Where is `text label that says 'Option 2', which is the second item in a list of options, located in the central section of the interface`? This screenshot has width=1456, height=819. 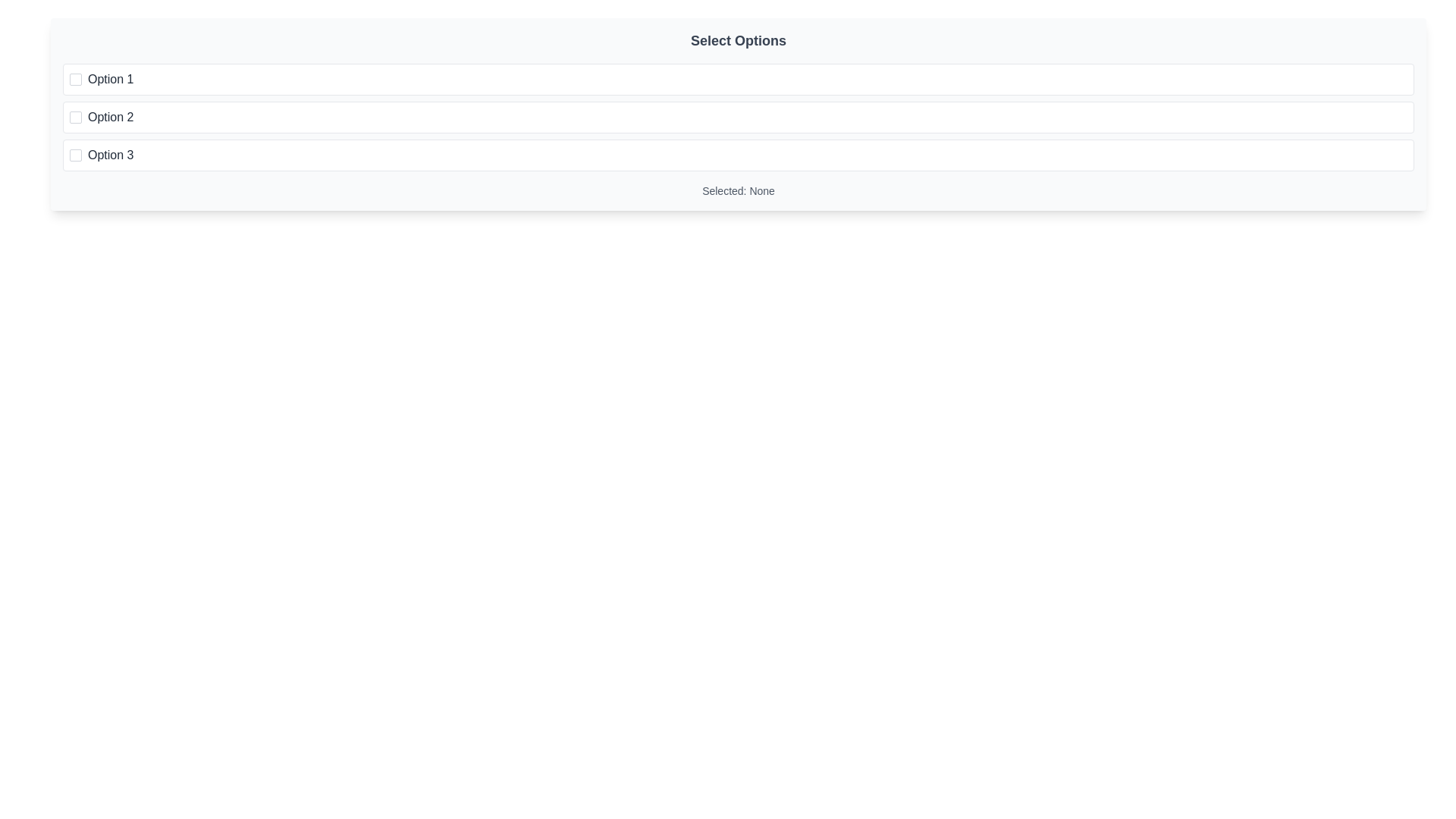
text label that says 'Option 2', which is the second item in a list of options, located in the central section of the interface is located at coordinates (110, 116).